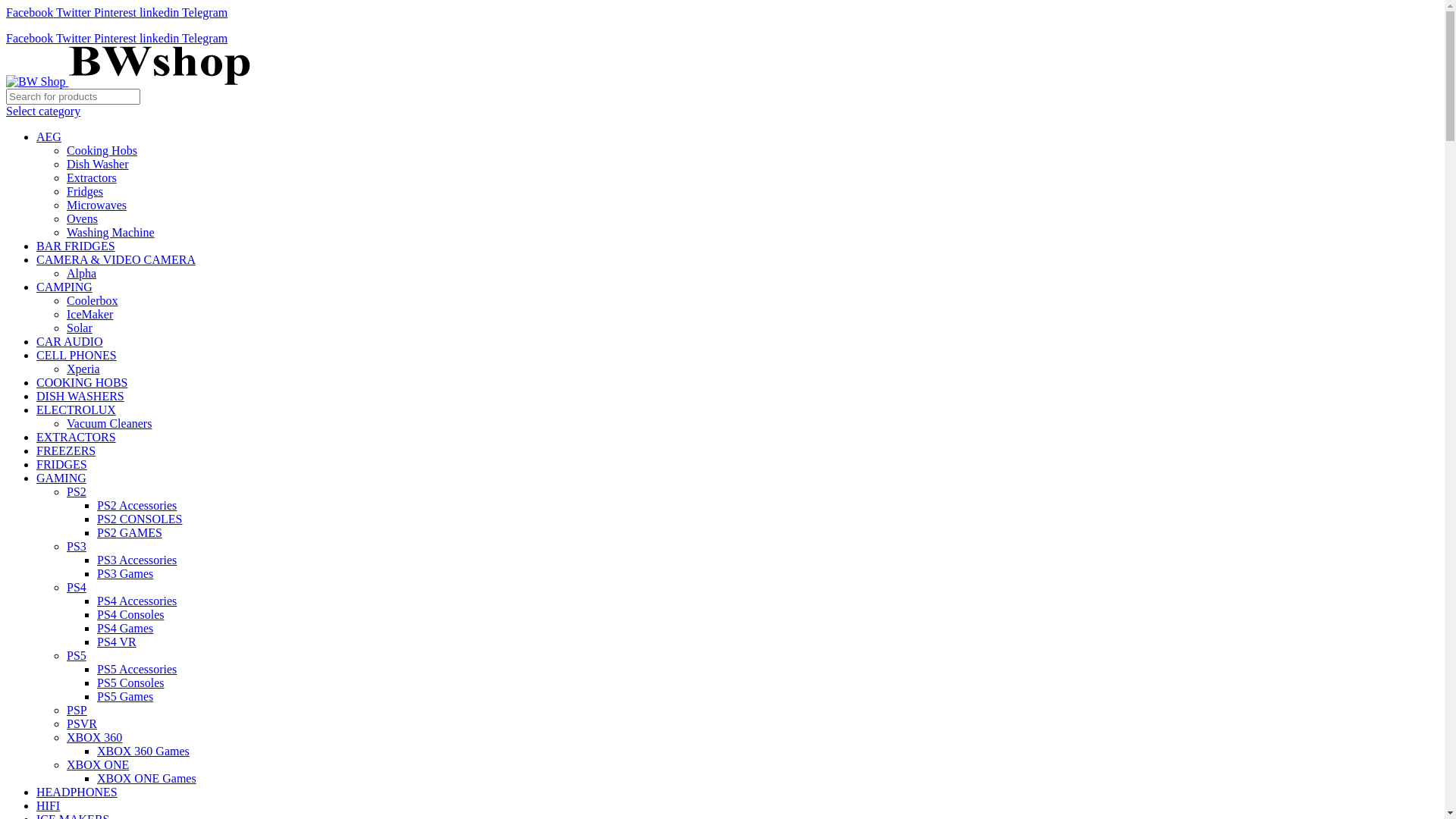 This screenshot has width=1456, height=819. Describe the element at coordinates (64, 287) in the screenshot. I see `'CAMPING'` at that location.